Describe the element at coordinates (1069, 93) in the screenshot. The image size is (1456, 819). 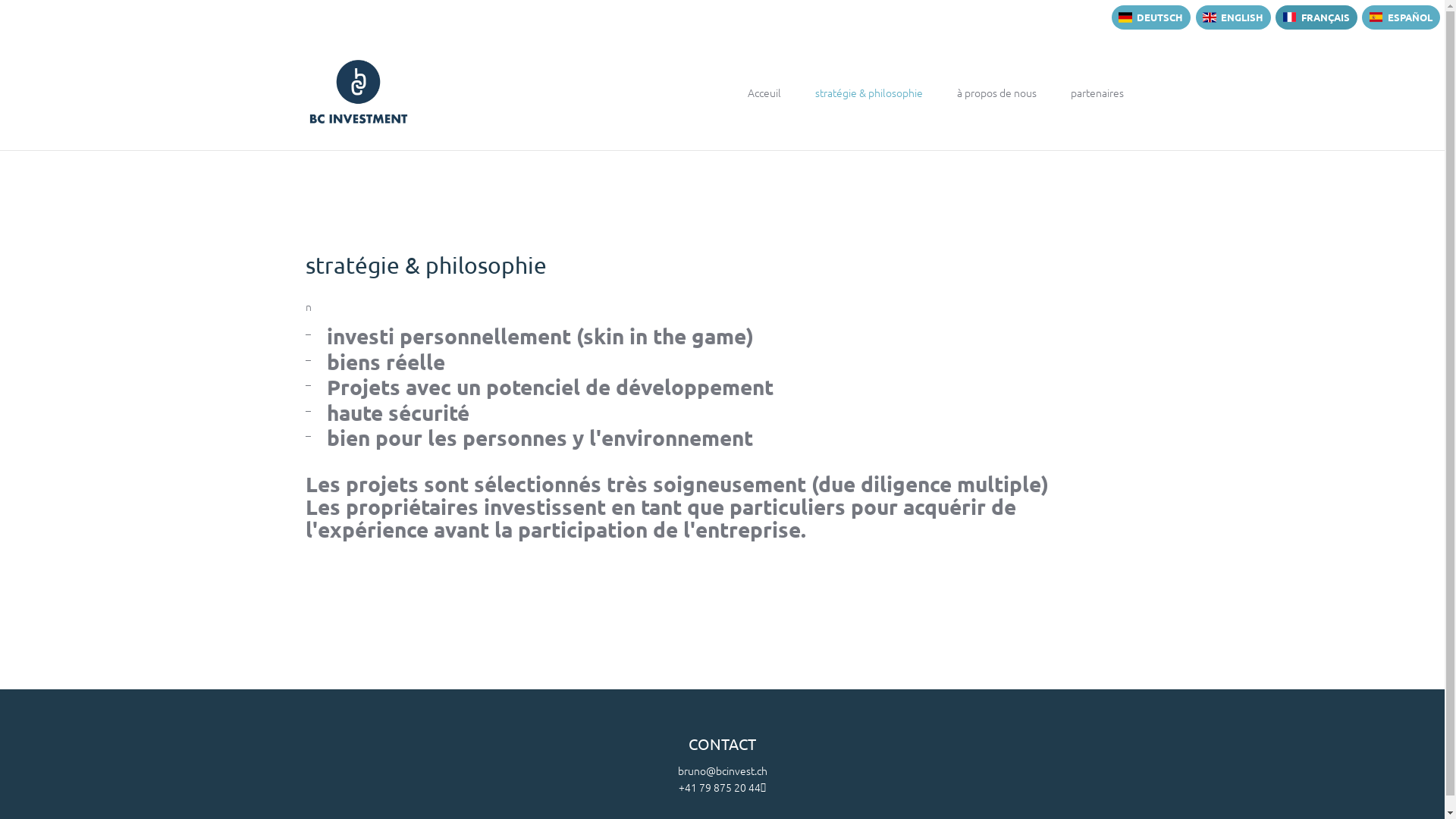
I see `'partenaires'` at that location.